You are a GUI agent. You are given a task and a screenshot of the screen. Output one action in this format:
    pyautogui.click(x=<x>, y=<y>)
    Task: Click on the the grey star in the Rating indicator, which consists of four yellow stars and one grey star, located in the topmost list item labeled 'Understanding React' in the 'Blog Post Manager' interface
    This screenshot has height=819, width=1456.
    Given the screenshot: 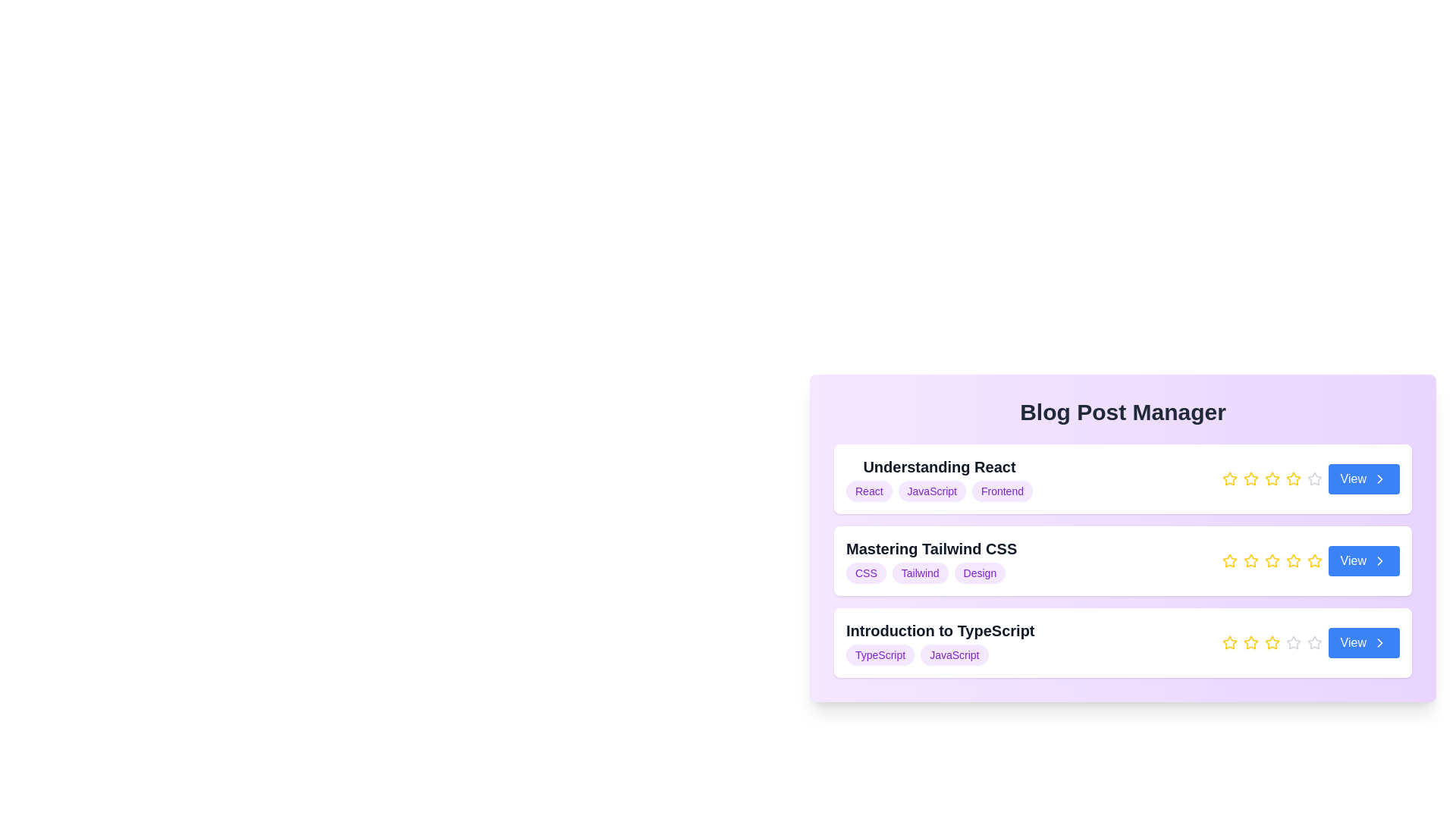 What is the action you would take?
    pyautogui.click(x=1310, y=479)
    